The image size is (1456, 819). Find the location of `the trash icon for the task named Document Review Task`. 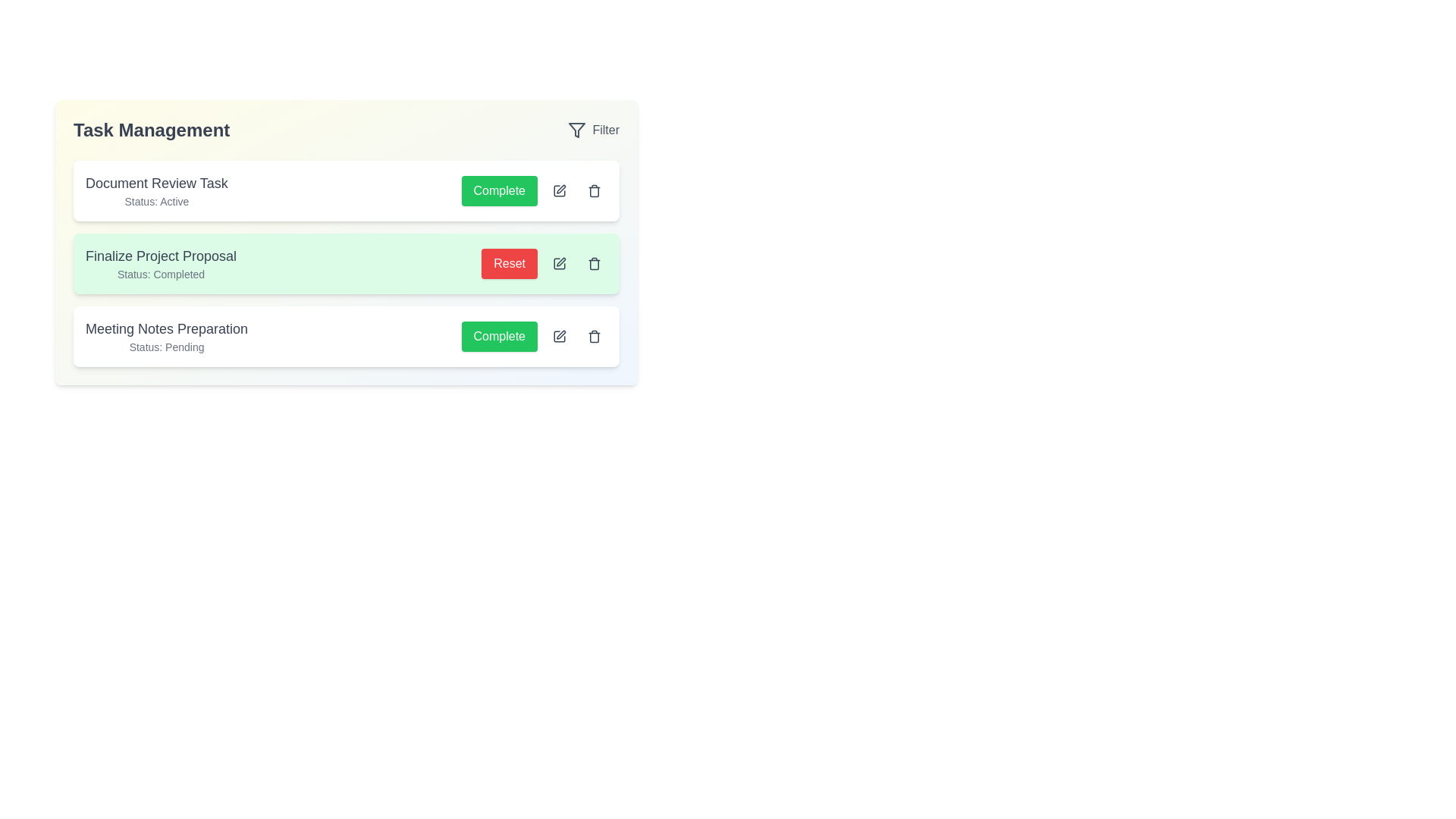

the trash icon for the task named Document Review Task is located at coordinates (593, 190).